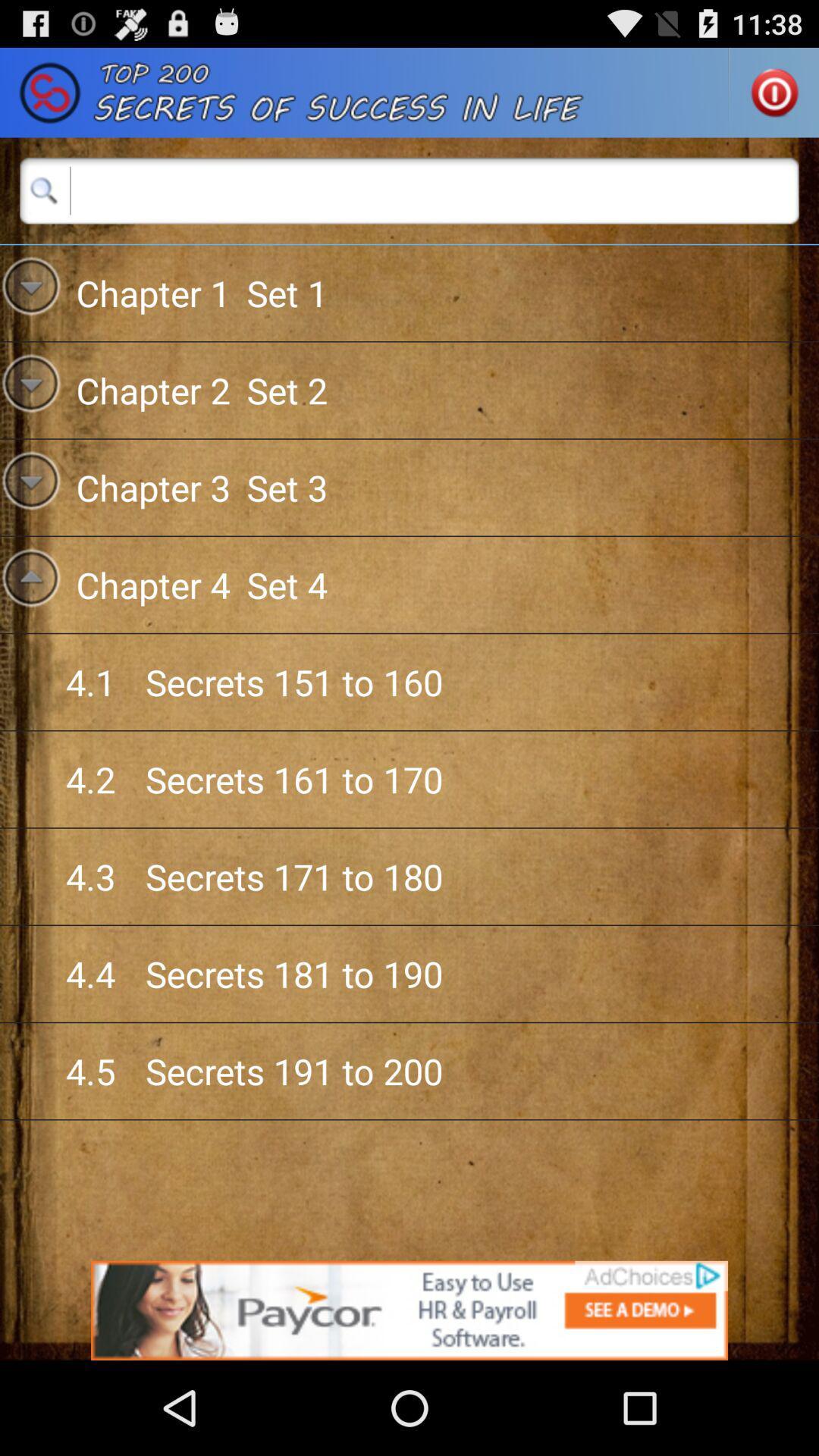  Describe the element at coordinates (409, 190) in the screenshot. I see `to search` at that location.